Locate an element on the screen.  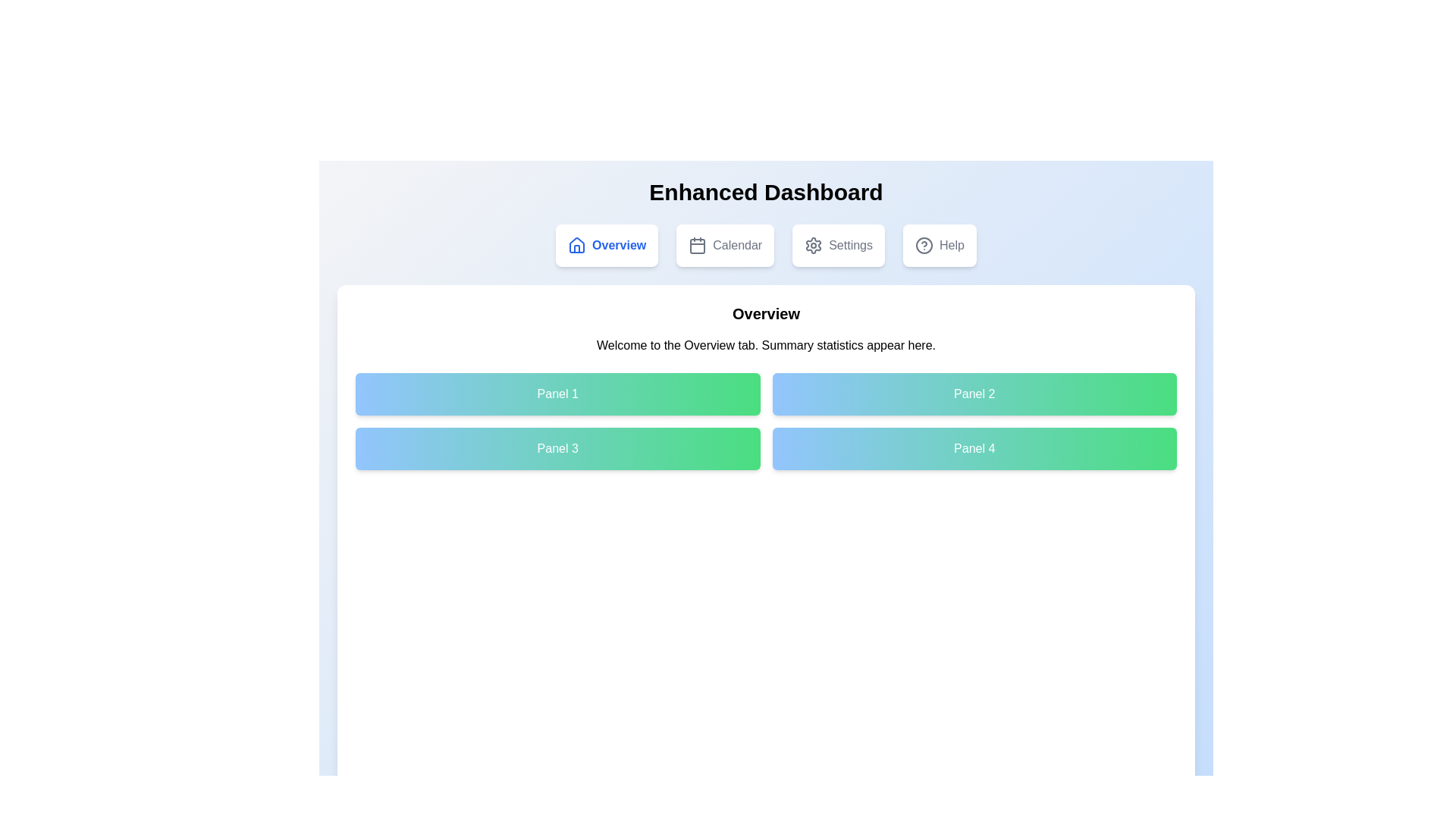
the tab labeled Help to navigate to the corresponding section is located at coordinates (939, 245).